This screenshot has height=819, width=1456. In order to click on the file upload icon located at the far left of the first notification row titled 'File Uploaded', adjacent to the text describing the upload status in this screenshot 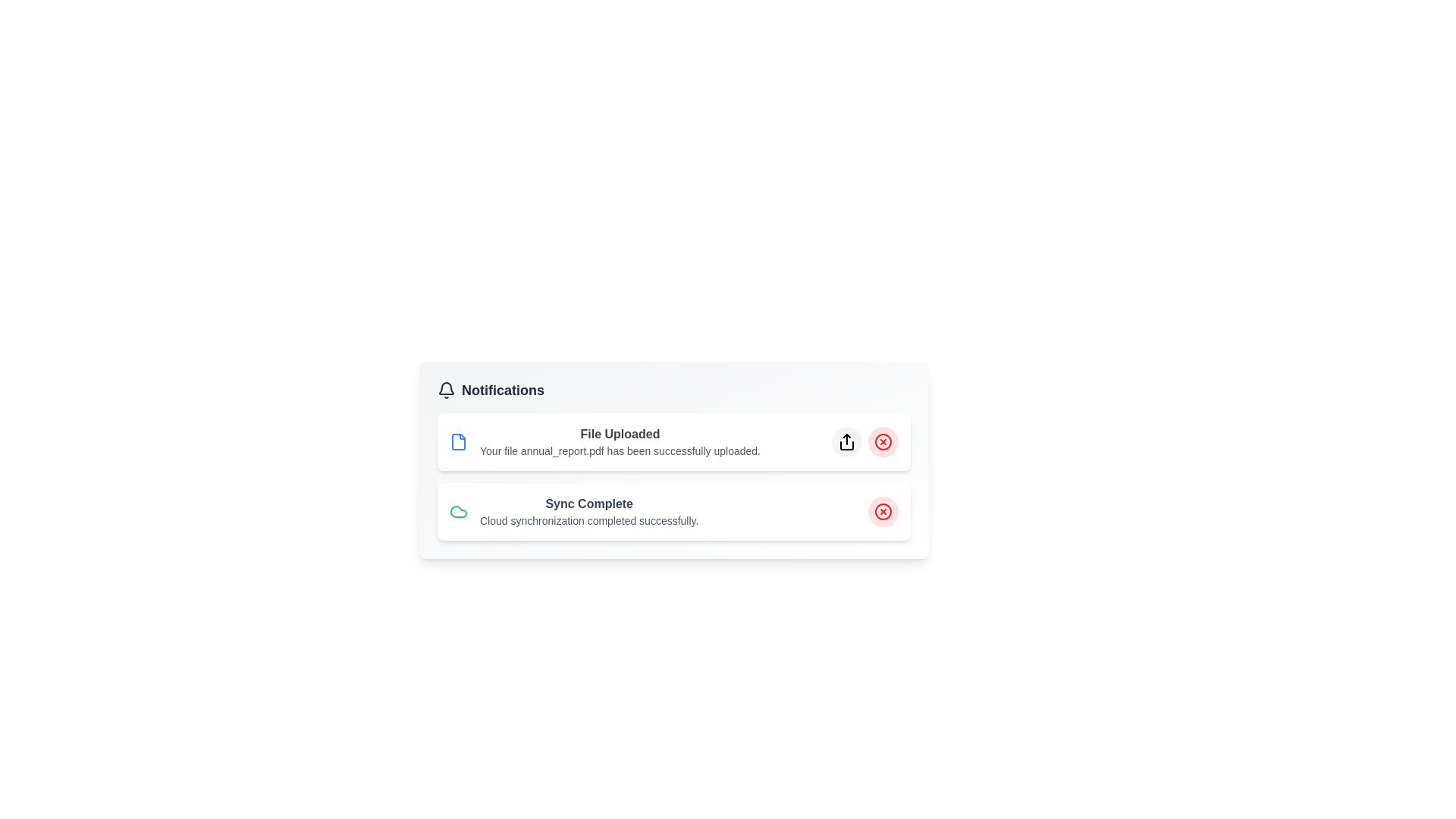, I will do `click(457, 441)`.